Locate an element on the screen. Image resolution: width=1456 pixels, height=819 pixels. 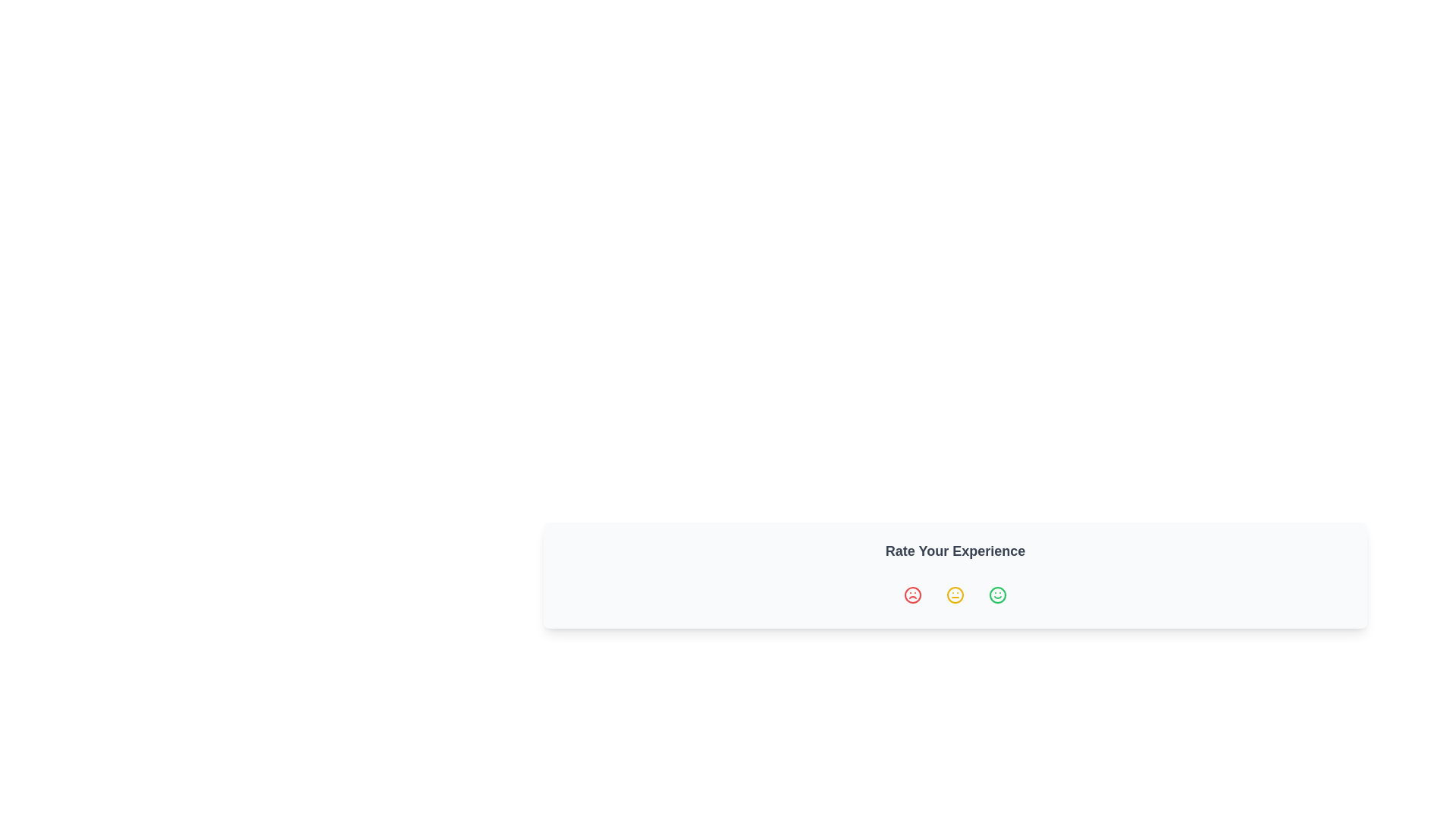
the 'Neutral' rating button located under the text 'Rate Your Experience', which is the middle option in a row of three buttons flanked by a sad face icon on the left and a happy face icon on the right is located at coordinates (954, 595).